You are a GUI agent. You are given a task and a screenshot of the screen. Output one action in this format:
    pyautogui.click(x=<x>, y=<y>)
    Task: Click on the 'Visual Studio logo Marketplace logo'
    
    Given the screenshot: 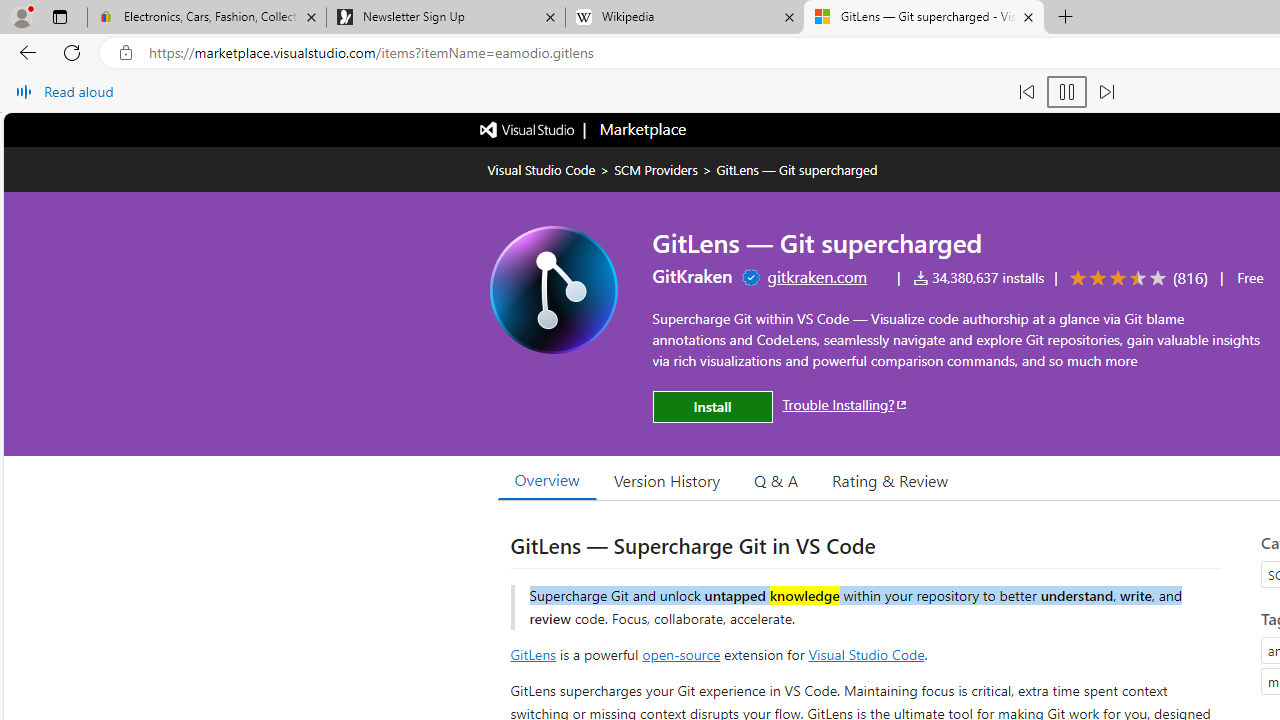 What is the action you would take?
    pyautogui.click(x=581, y=129)
    